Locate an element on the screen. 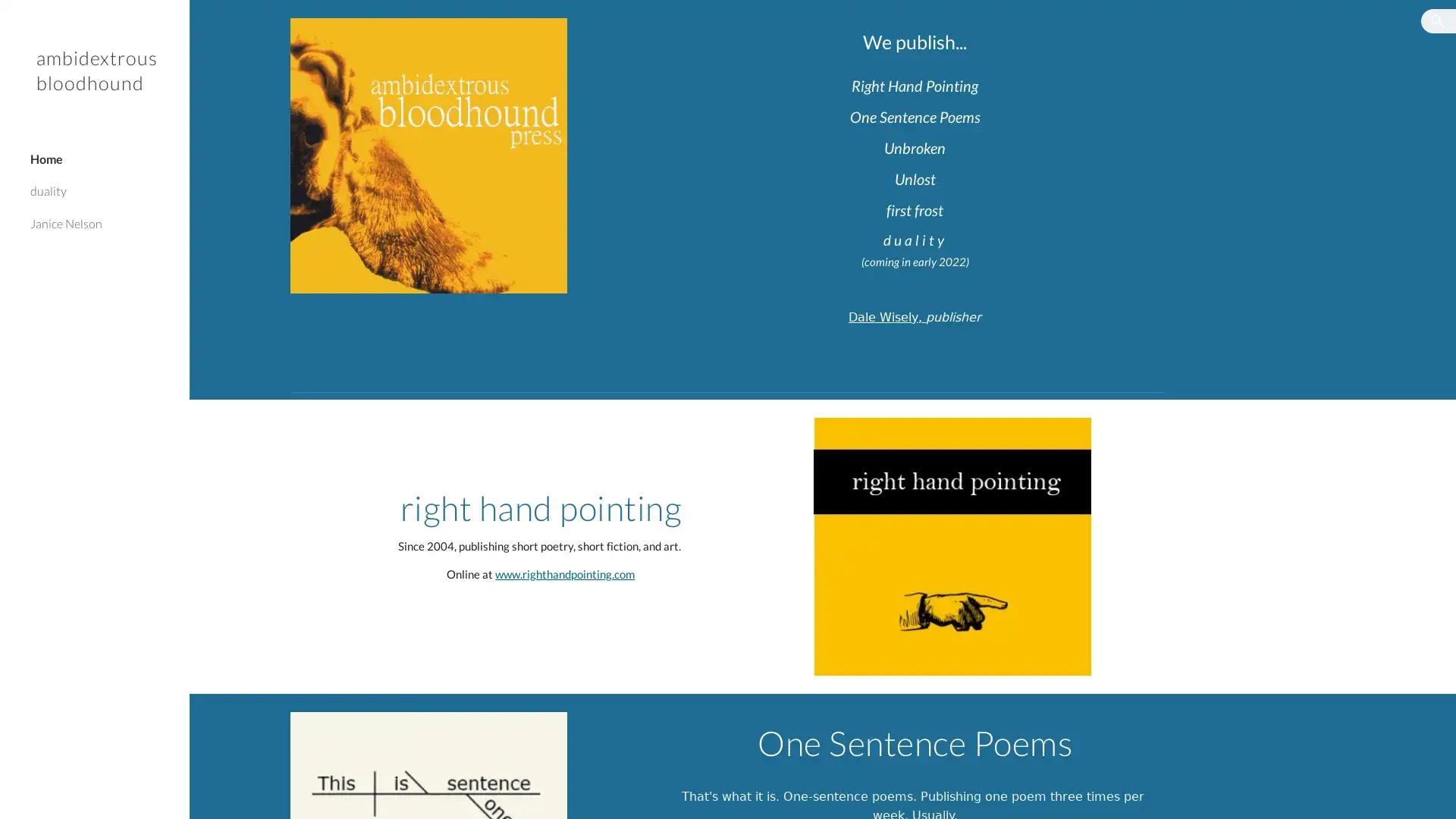 The height and width of the screenshot is (819, 1456). Copy heading link is located at coordinates (1271, 803).